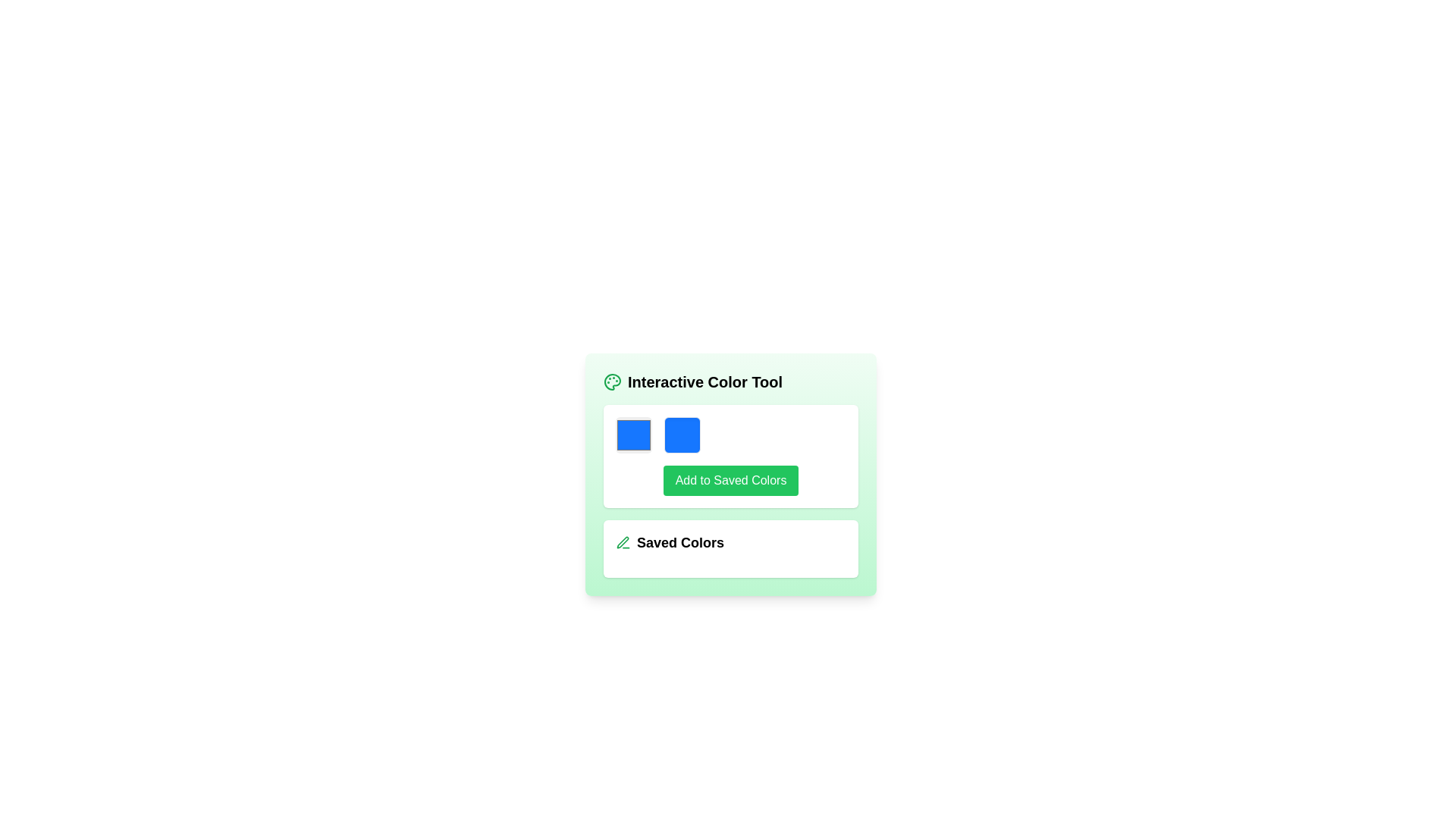 This screenshot has height=819, width=1456. What do you see at coordinates (612, 381) in the screenshot?
I see `the 'Interactive Color Tool' icon located at the top-left of the component` at bounding box center [612, 381].